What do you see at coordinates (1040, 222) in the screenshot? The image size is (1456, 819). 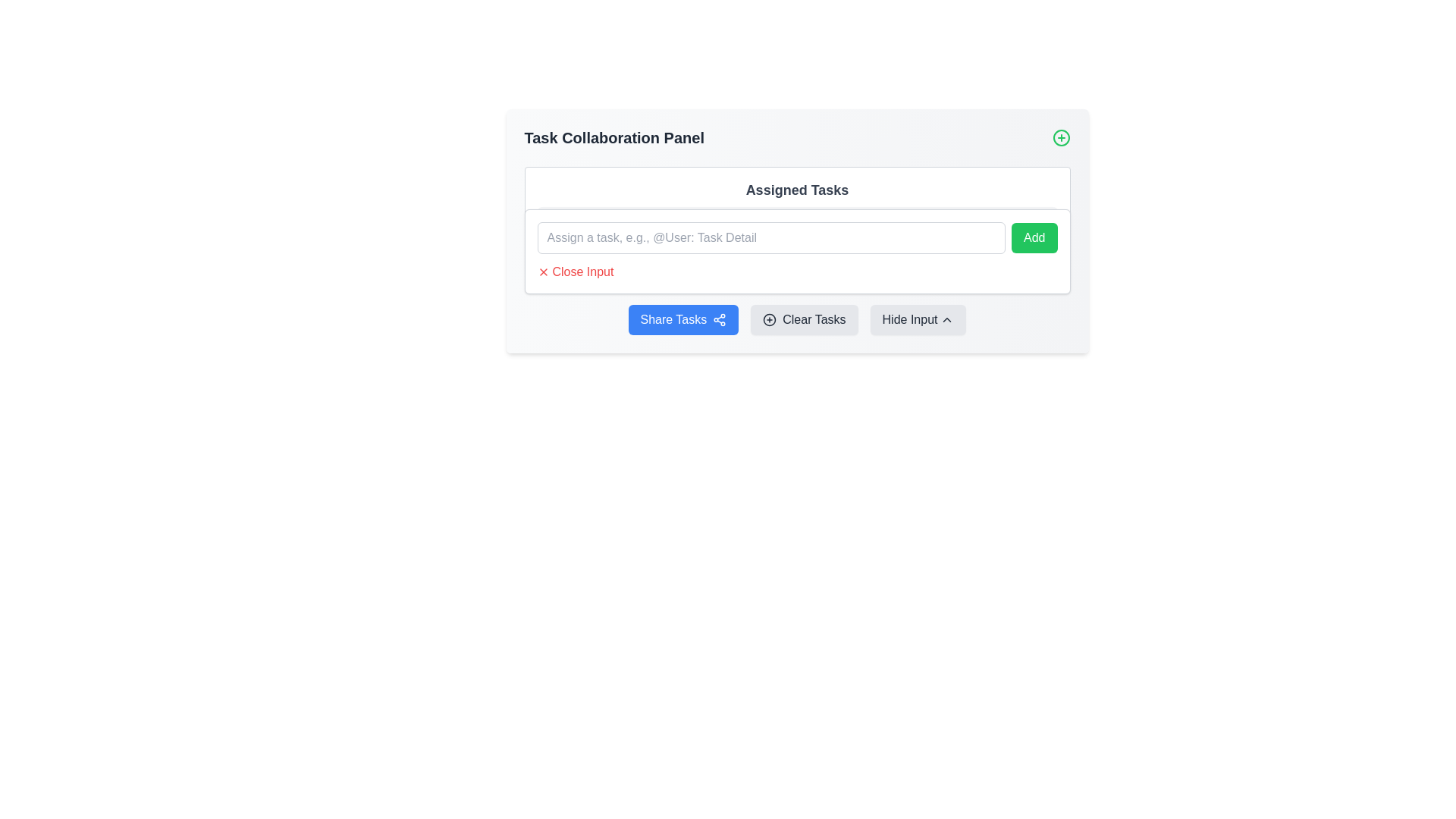 I see `the small, square-shaped segment with rounded edges that is part of the document icon in the top-right corner of the interface, adjacent to the 'Assigned Tasks' input box and 'Add' button` at bounding box center [1040, 222].